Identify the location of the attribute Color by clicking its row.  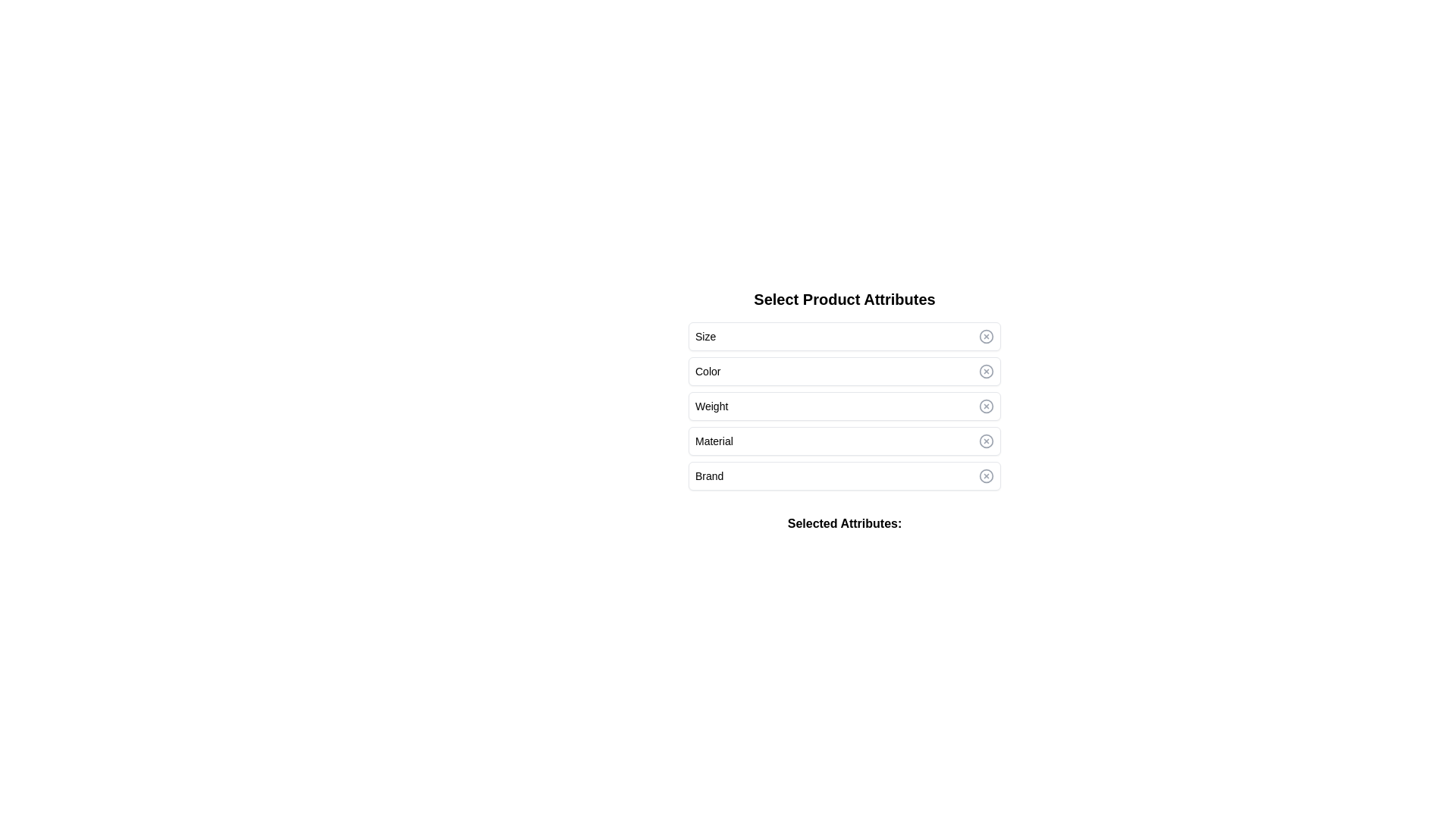
(843, 371).